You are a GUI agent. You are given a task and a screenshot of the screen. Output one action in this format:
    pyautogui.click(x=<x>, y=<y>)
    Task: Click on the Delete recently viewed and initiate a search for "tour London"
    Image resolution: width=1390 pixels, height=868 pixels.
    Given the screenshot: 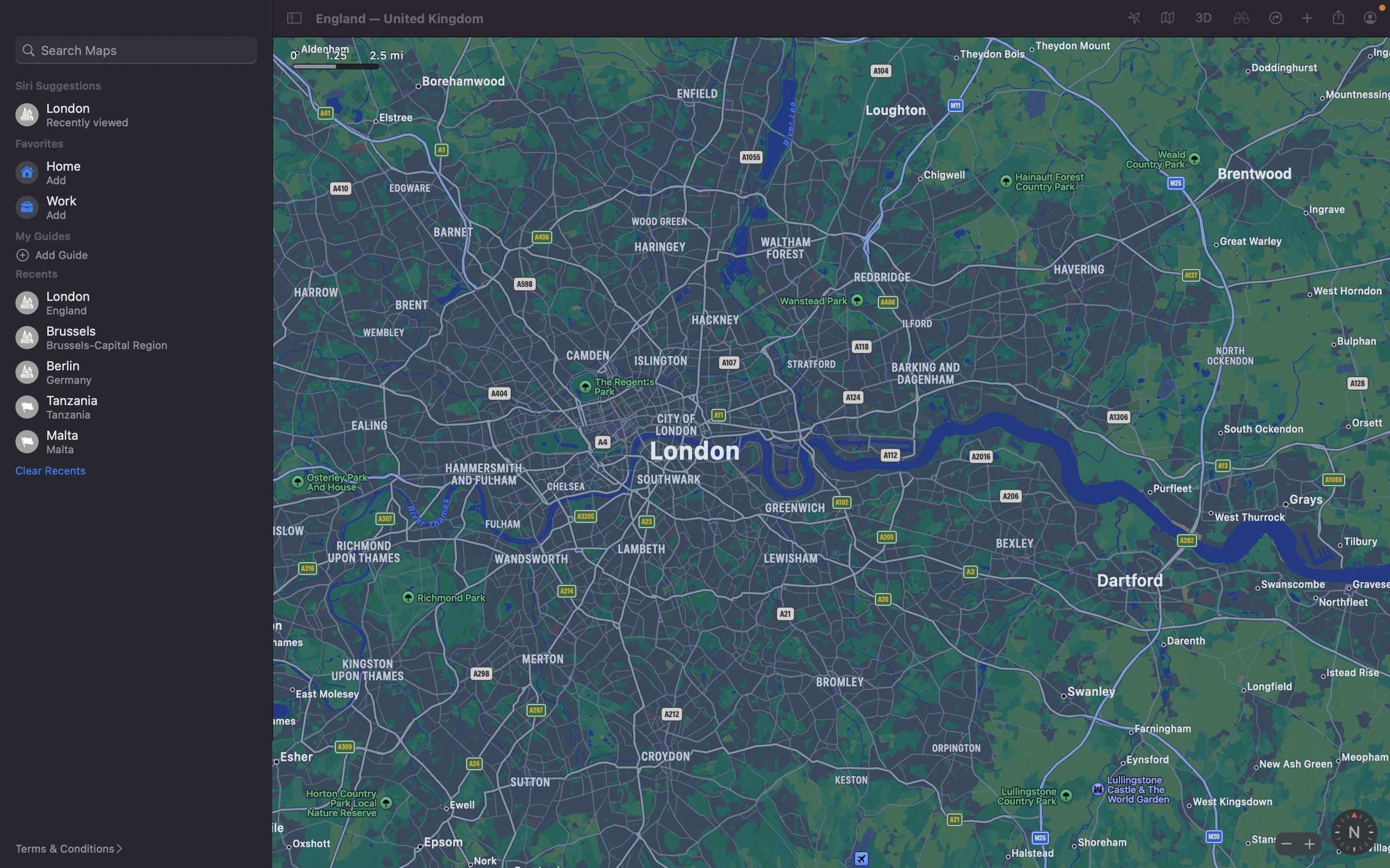 What is the action you would take?
    pyautogui.click(x=52, y=470)
    